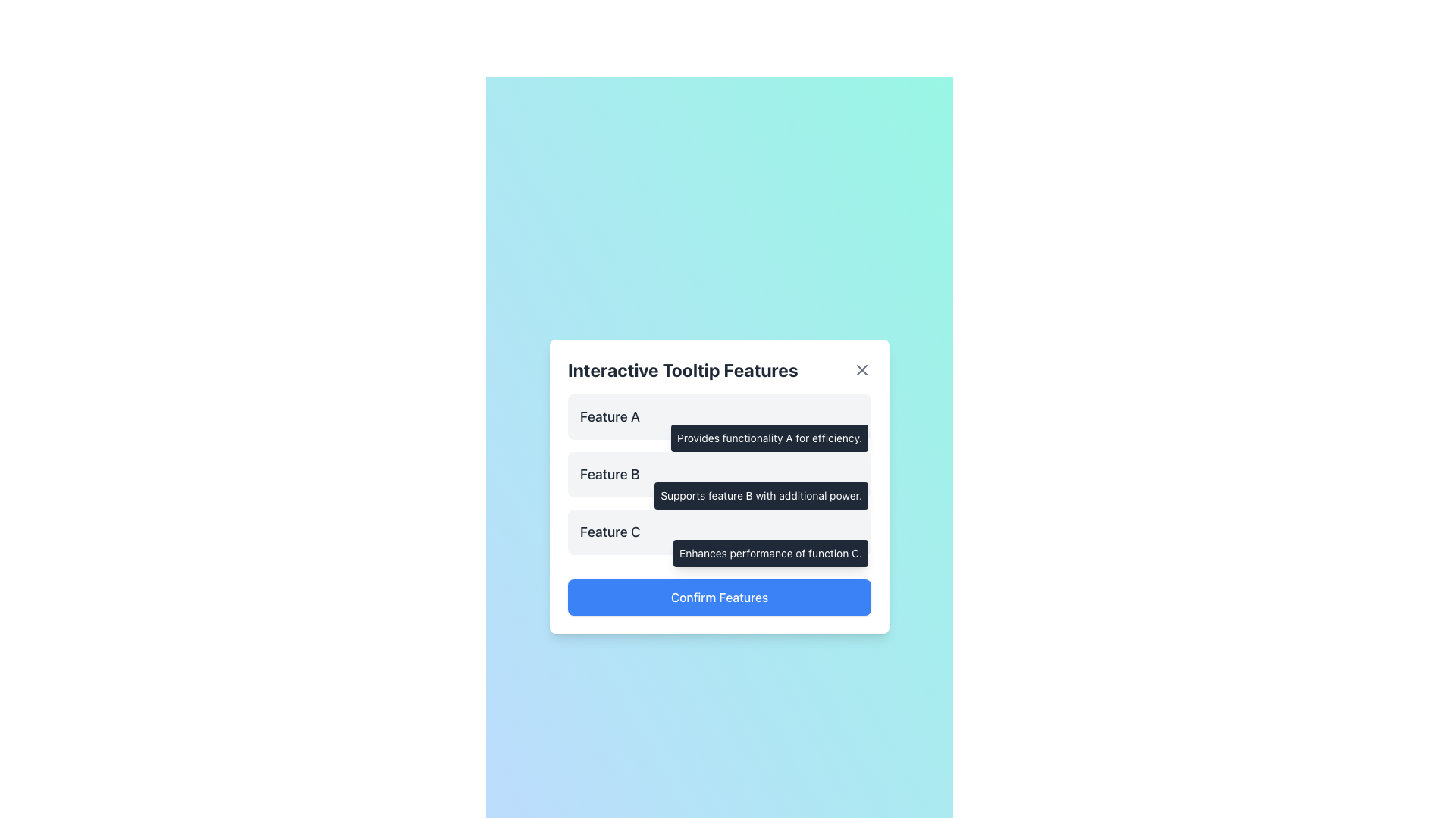  Describe the element at coordinates (719, 417) in the screenshot. I see `the visual presentation of the informational label for 'Feature A' located under the header 'Interactive Tooltip Features.'` at that location.